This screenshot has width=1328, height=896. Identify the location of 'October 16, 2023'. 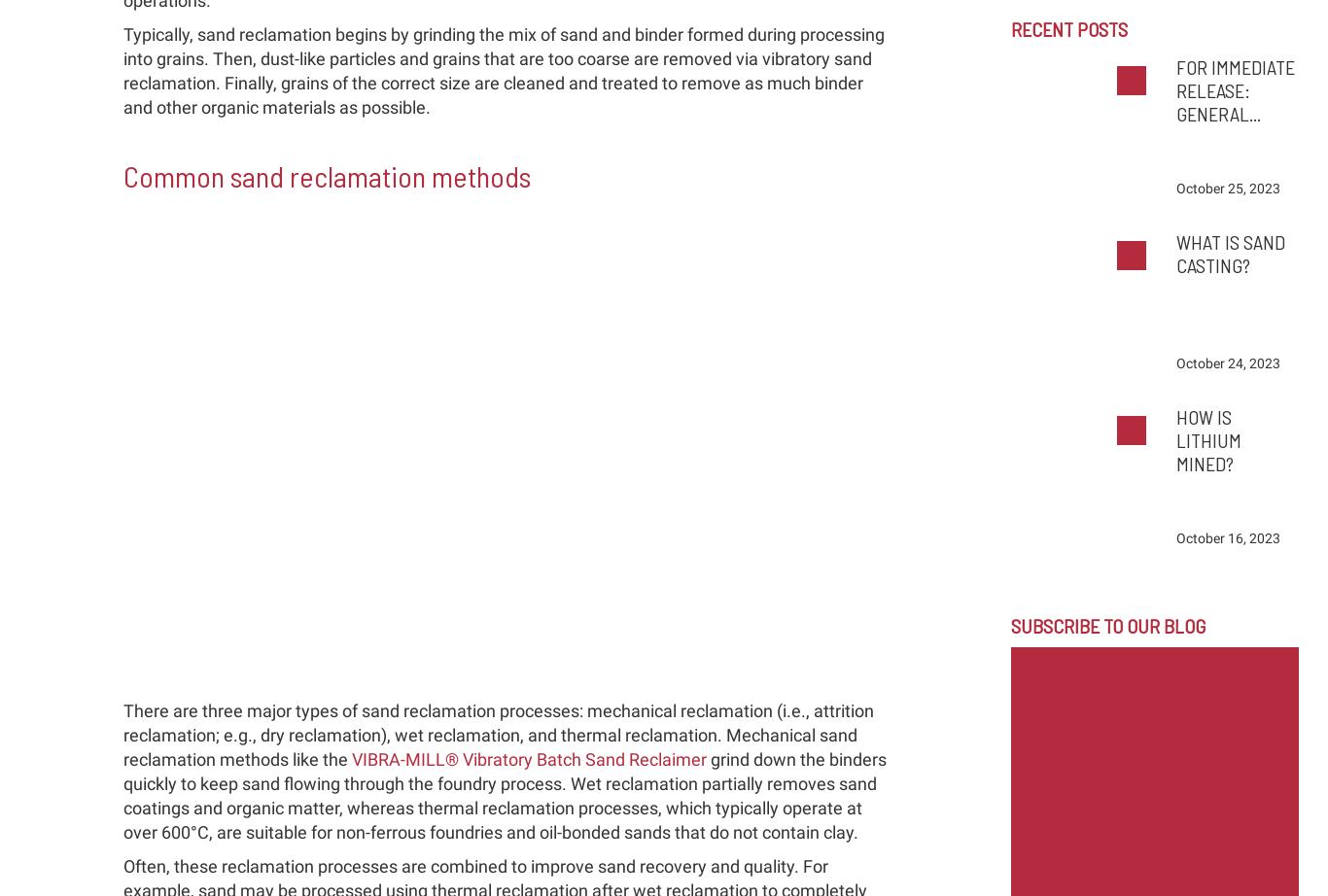
(1175, 538).